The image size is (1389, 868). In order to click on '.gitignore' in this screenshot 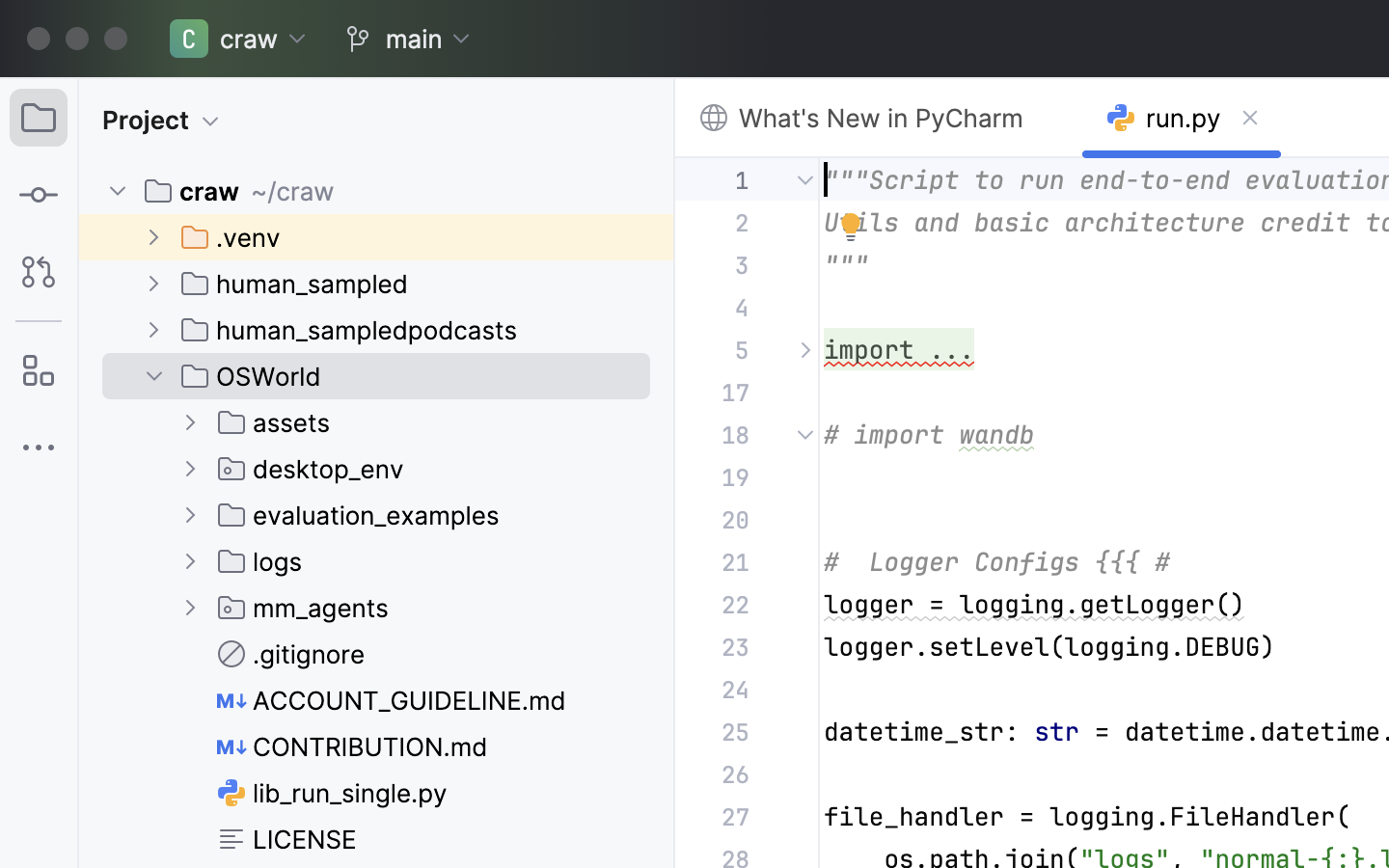, I will do `click(291, 652)`.